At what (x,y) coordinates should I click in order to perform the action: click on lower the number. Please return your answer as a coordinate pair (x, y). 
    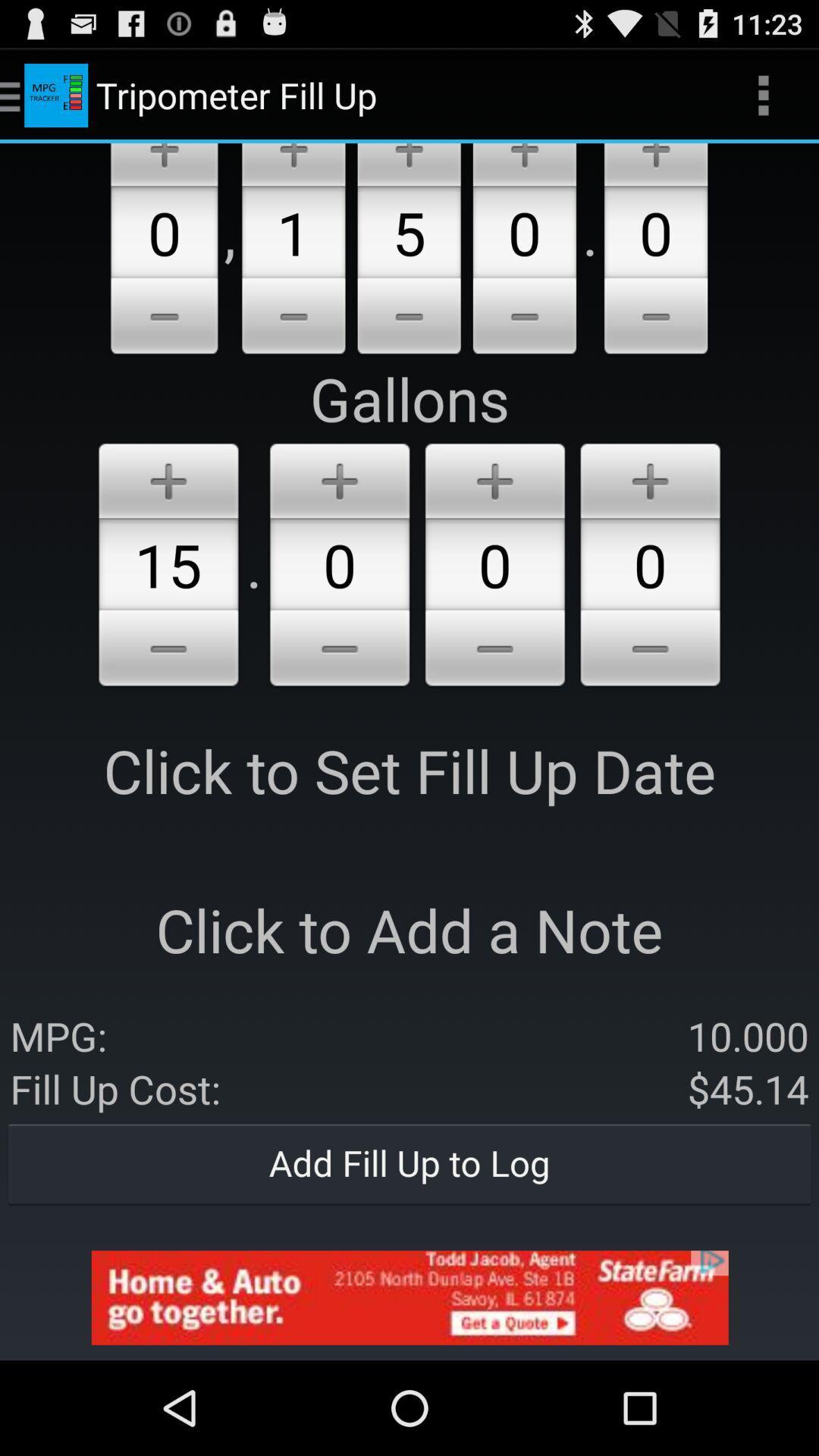
    Looking at the image, I should click on (655, 318).